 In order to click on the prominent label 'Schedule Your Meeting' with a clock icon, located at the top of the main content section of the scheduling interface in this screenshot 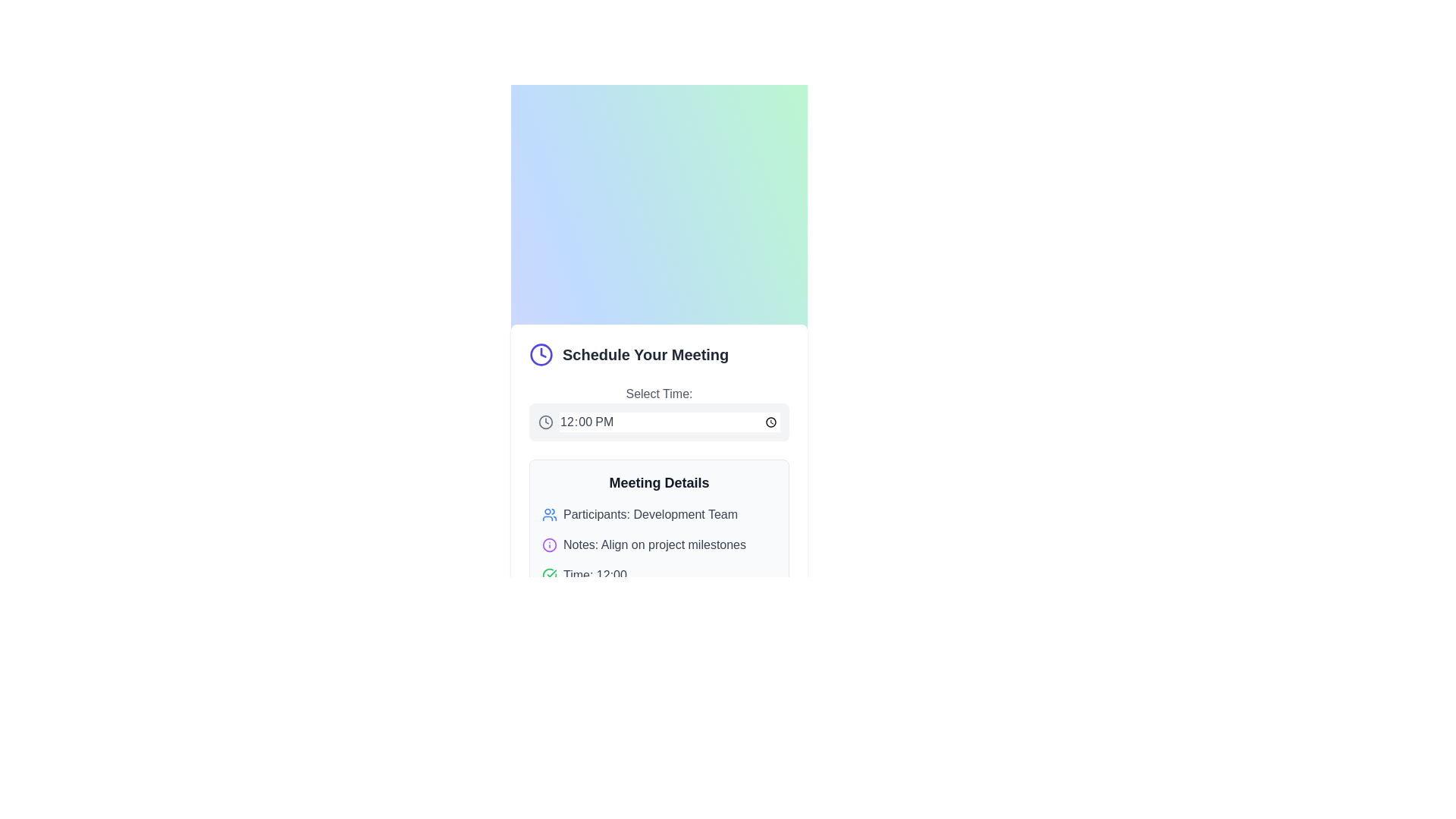, I will do `click(659, 354)`.